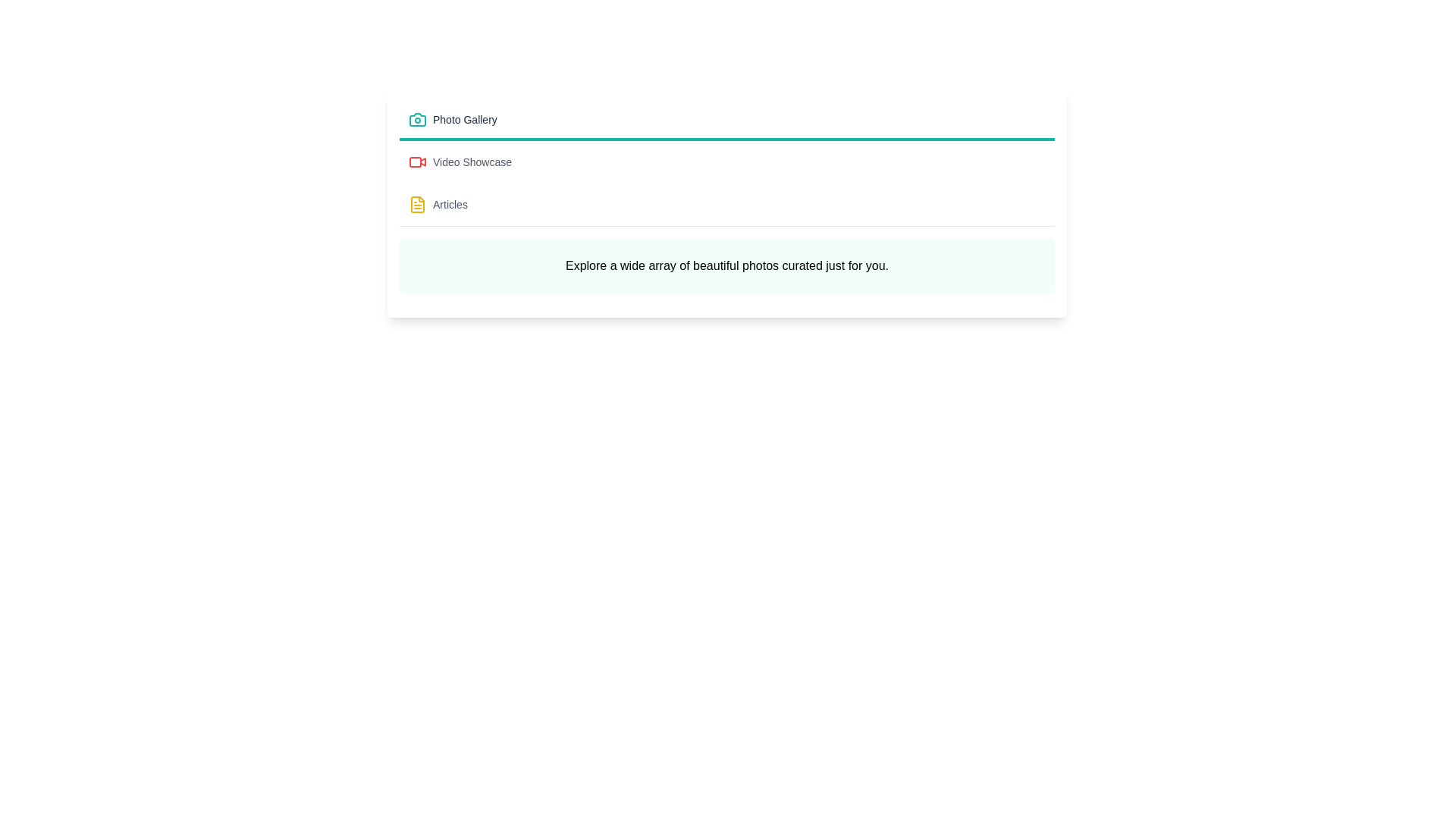 The height and width of the screenshot is (819, 1456). What do you see at coordinates (726, 206) in the screenshot?
I see `the tab corresponding to Articles` at bounding box center [726, 206].